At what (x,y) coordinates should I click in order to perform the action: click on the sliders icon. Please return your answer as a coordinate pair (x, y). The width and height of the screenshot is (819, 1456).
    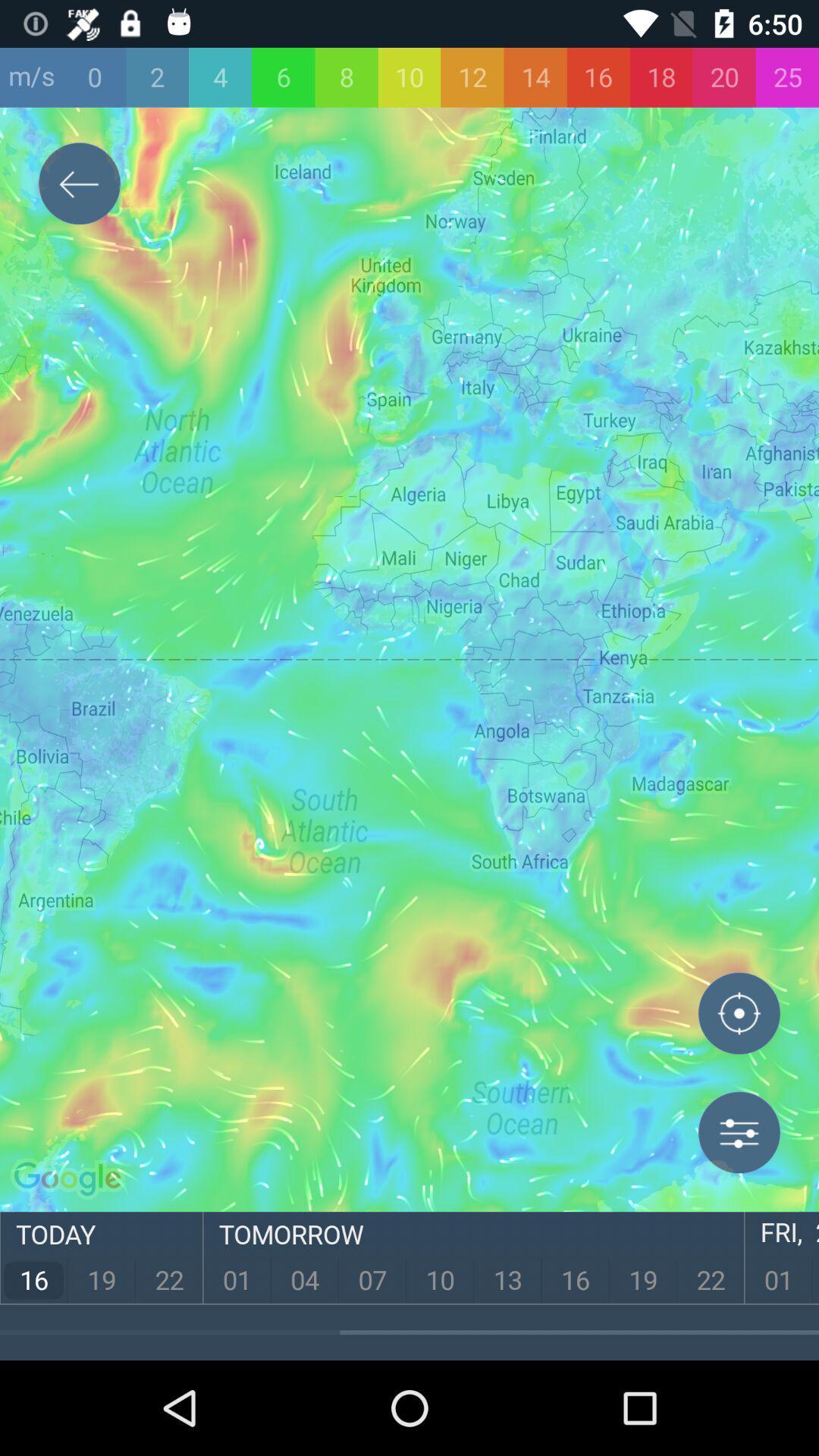
    Looking at the image, I should click on (739, 1132).